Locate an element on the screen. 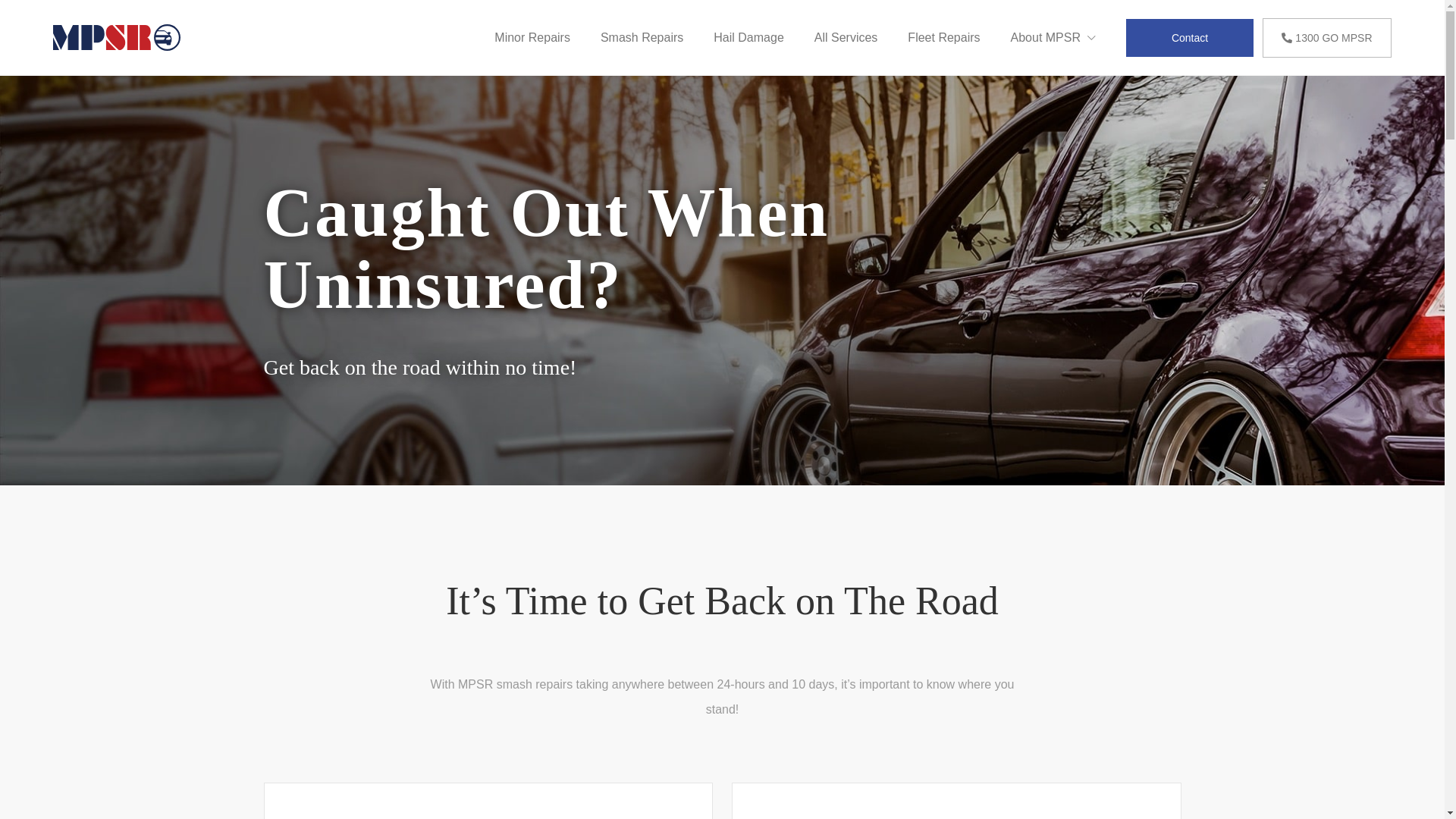 The width and height of the screenshot is (1456, 819). 'Contact' is located at coordinates (1189, 36).